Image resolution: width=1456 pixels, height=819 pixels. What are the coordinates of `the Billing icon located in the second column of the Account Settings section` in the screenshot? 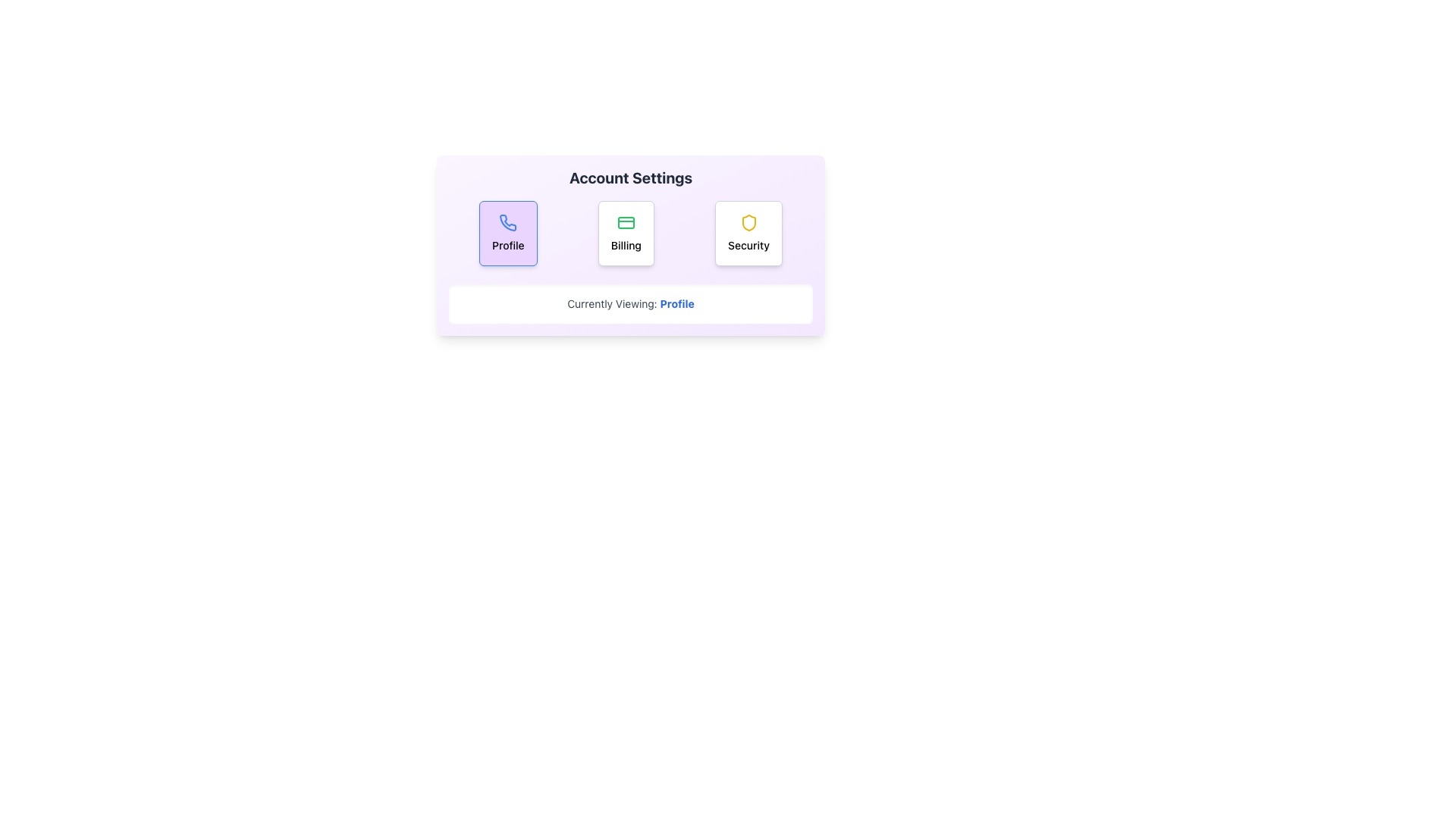 It's located at (626, 222).